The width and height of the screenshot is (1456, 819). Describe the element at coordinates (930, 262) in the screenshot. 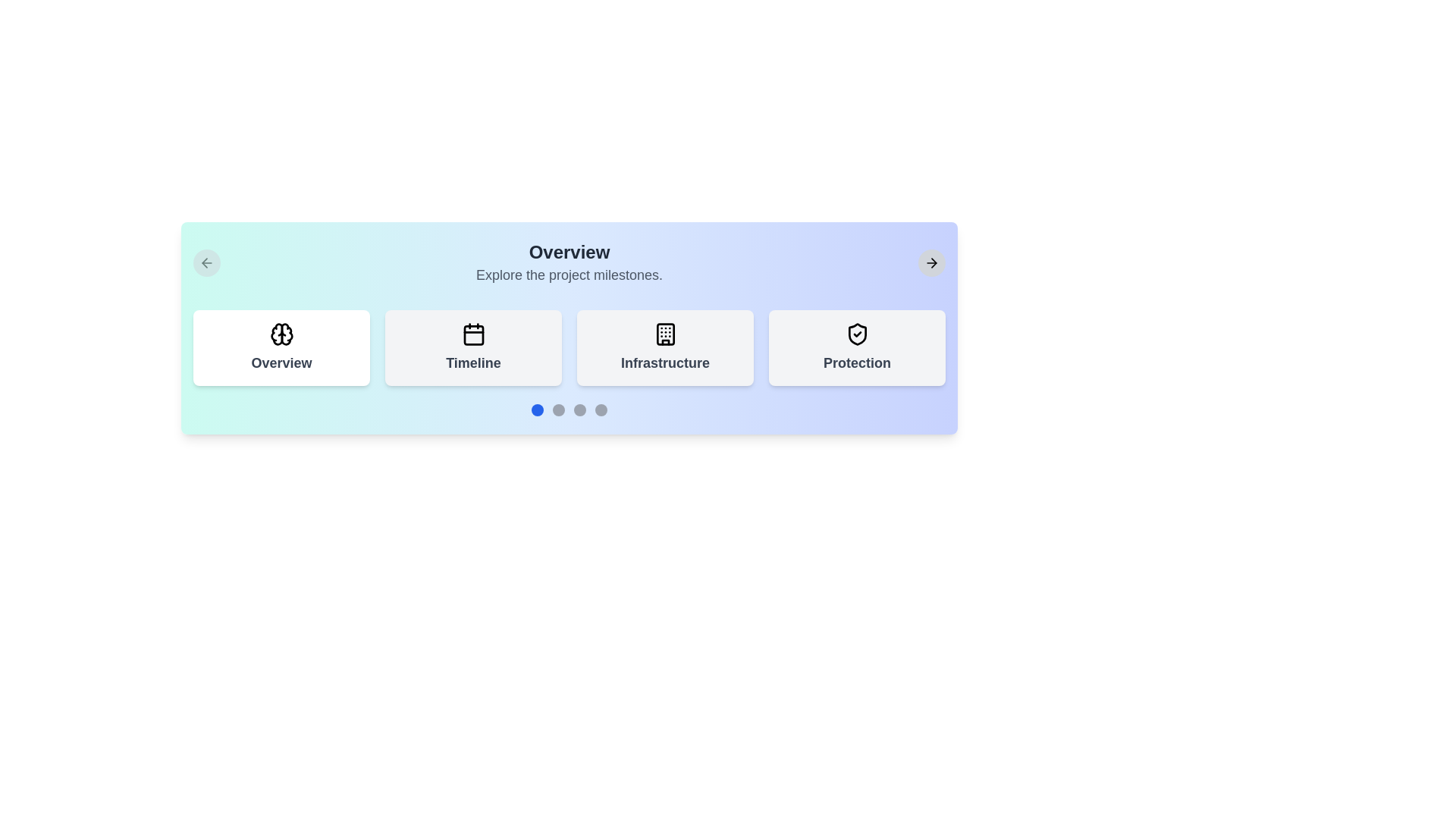

I see `the right-arrow icon within the circular gray button located at the top-right corner of the card layout` at that location.